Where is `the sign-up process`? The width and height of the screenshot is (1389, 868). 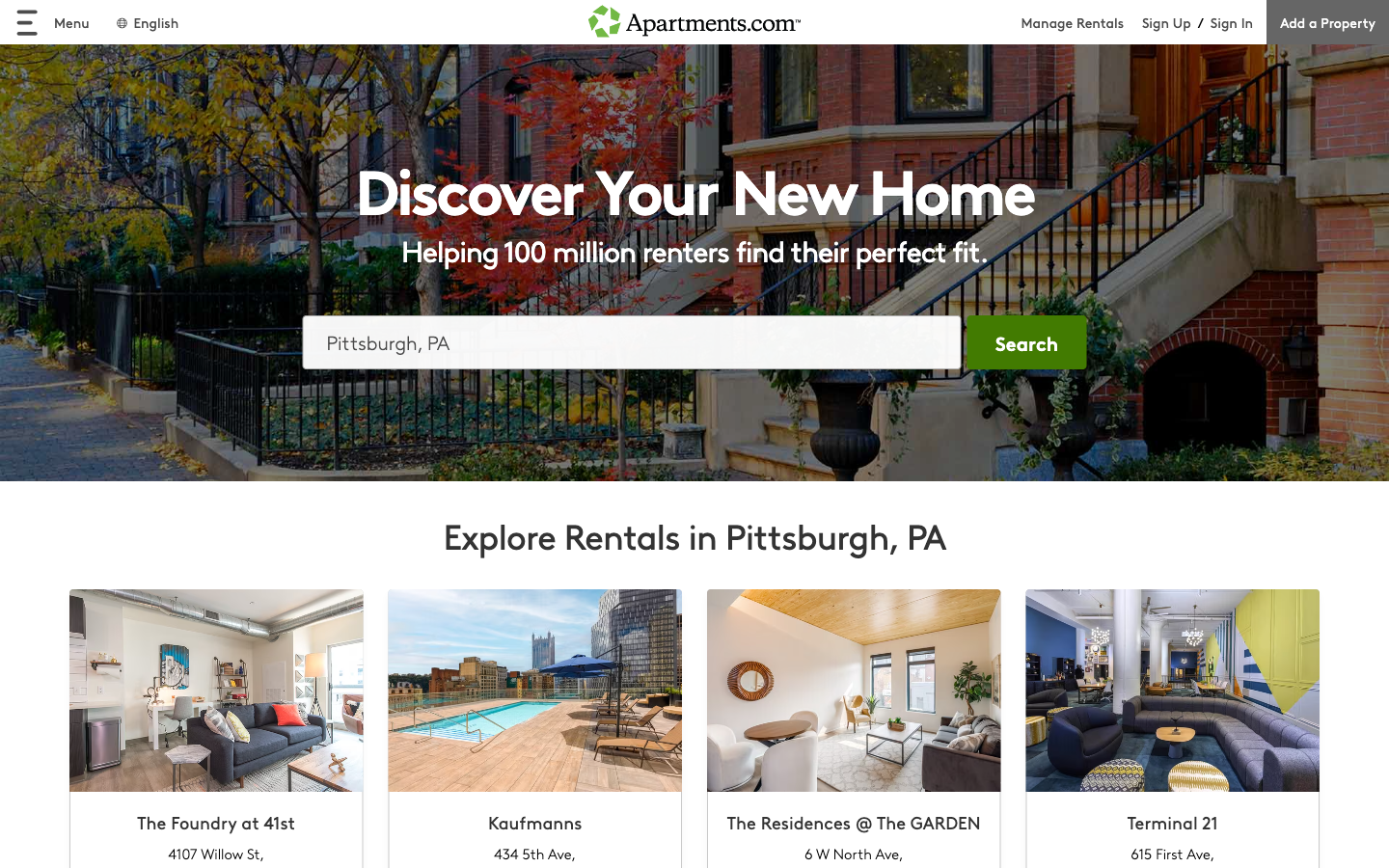
the sign-up process is located at coordinates (1165, 21).